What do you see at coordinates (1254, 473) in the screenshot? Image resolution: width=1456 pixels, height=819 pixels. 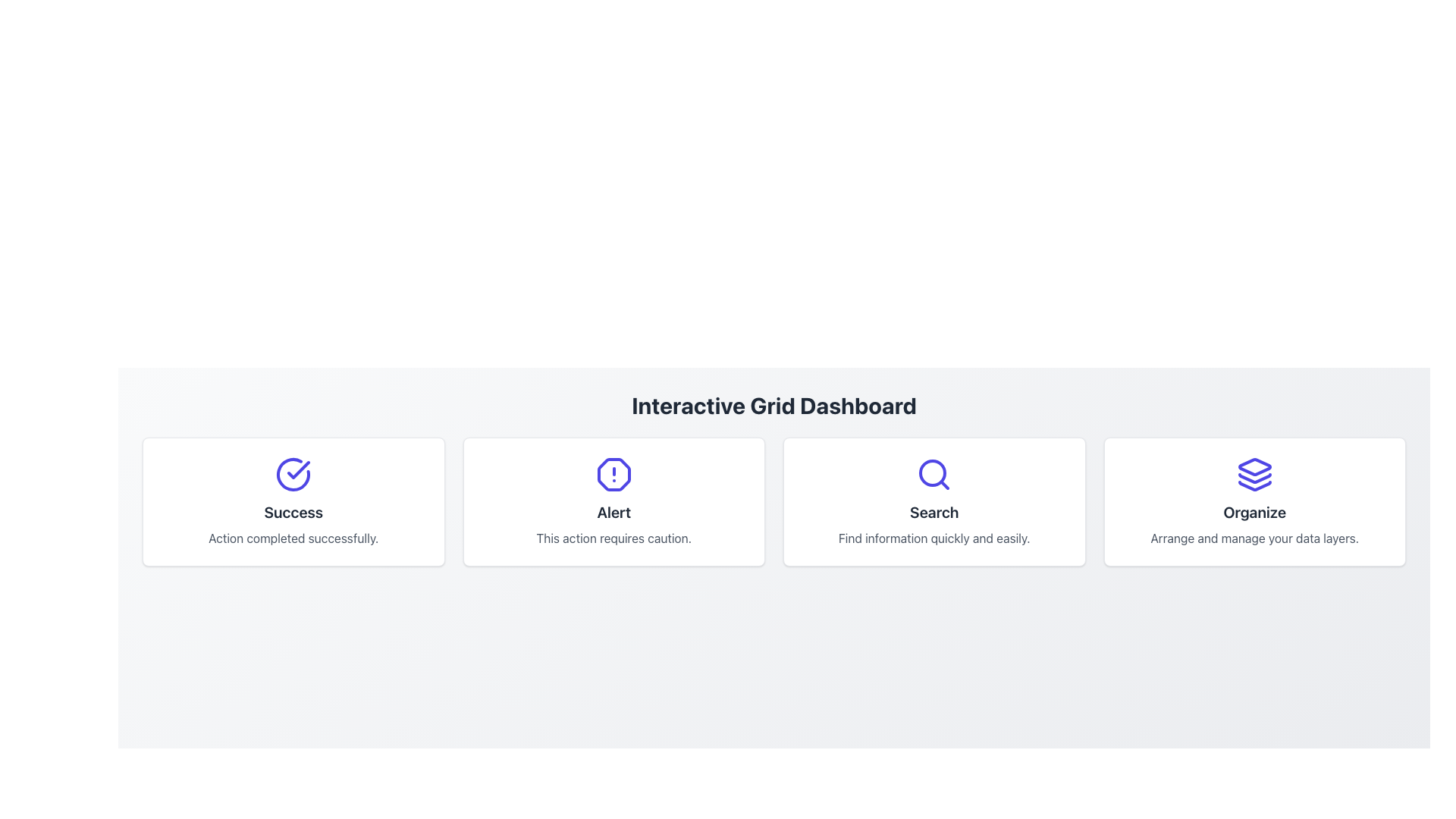 I see `the stylized icon resembling a stack of layers located at the top center of the 'Organize' card` at bounding box center [1254, 473].